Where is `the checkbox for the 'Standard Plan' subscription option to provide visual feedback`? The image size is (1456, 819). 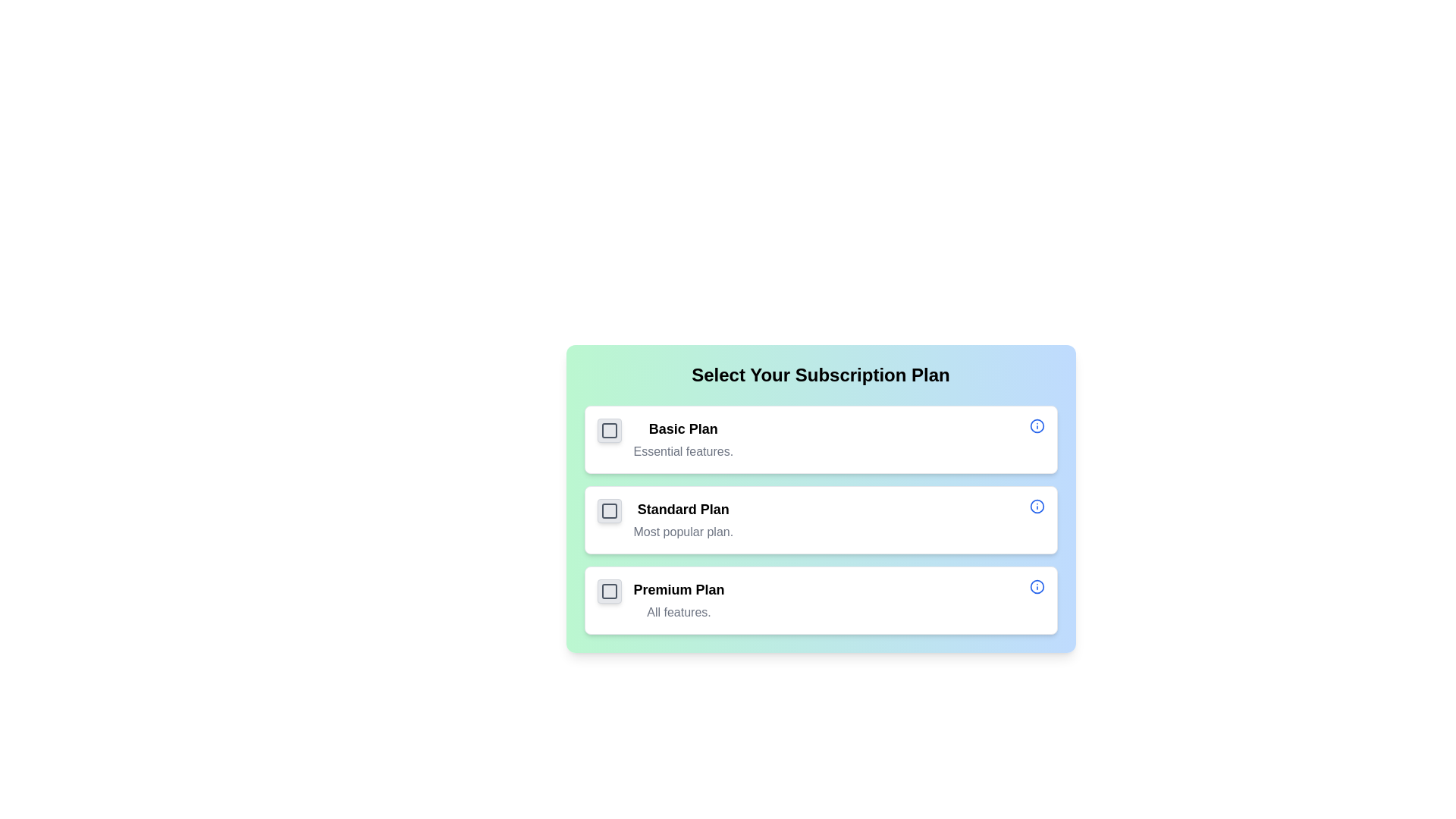 the checkbox for the 'Standard Plan' subscription option to provide visual feedback is located at coordinates (609, 511).